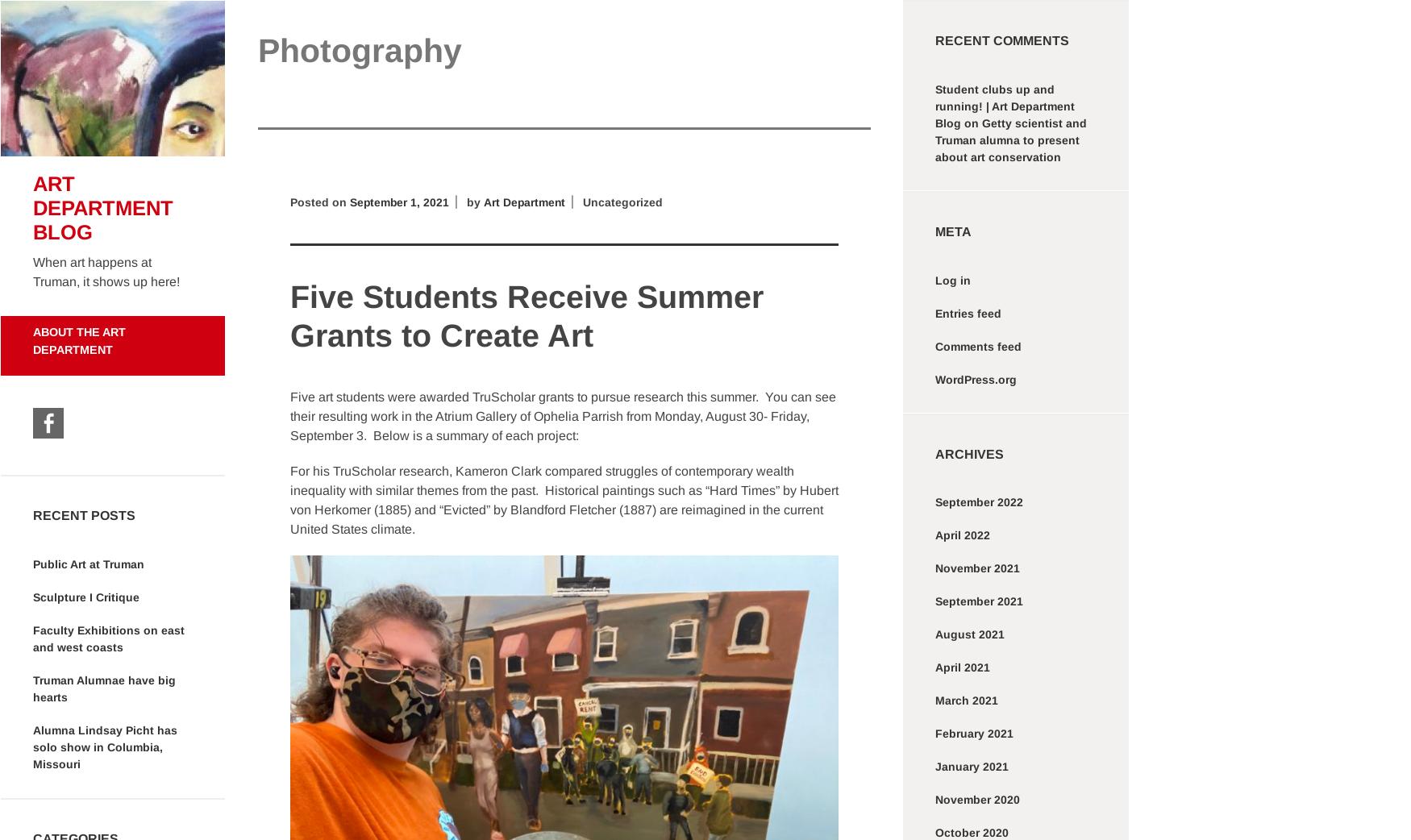 The image size is (1411, 840). I want to click on 'Archives', so click(934, 452).